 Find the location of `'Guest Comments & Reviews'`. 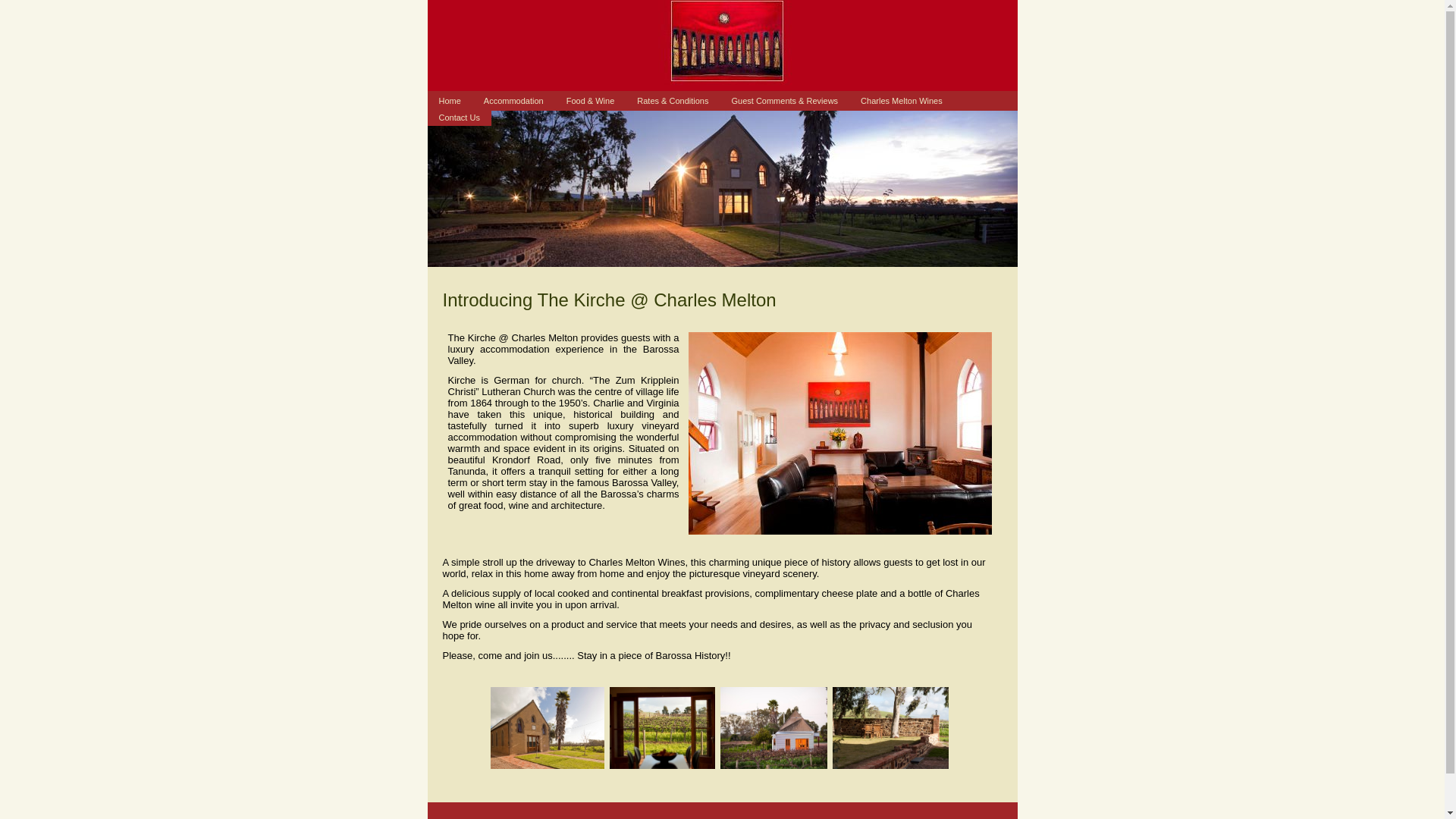

'Guest Comments & Reviews' is located at coordinates (784, 100).